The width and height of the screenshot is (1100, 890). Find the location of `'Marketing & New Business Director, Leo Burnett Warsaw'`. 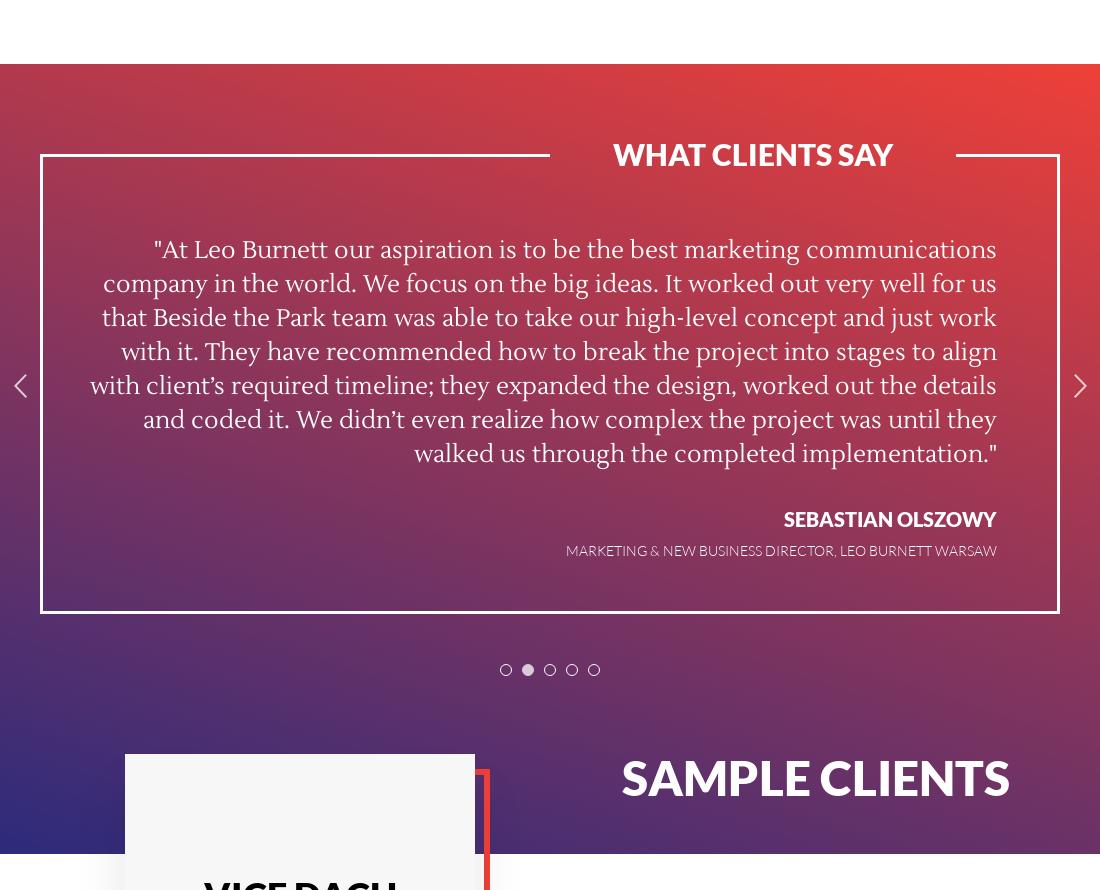

'Marketing & New Business Director, Leo Burnett Warsaw' is located at coordinates (781, 549).